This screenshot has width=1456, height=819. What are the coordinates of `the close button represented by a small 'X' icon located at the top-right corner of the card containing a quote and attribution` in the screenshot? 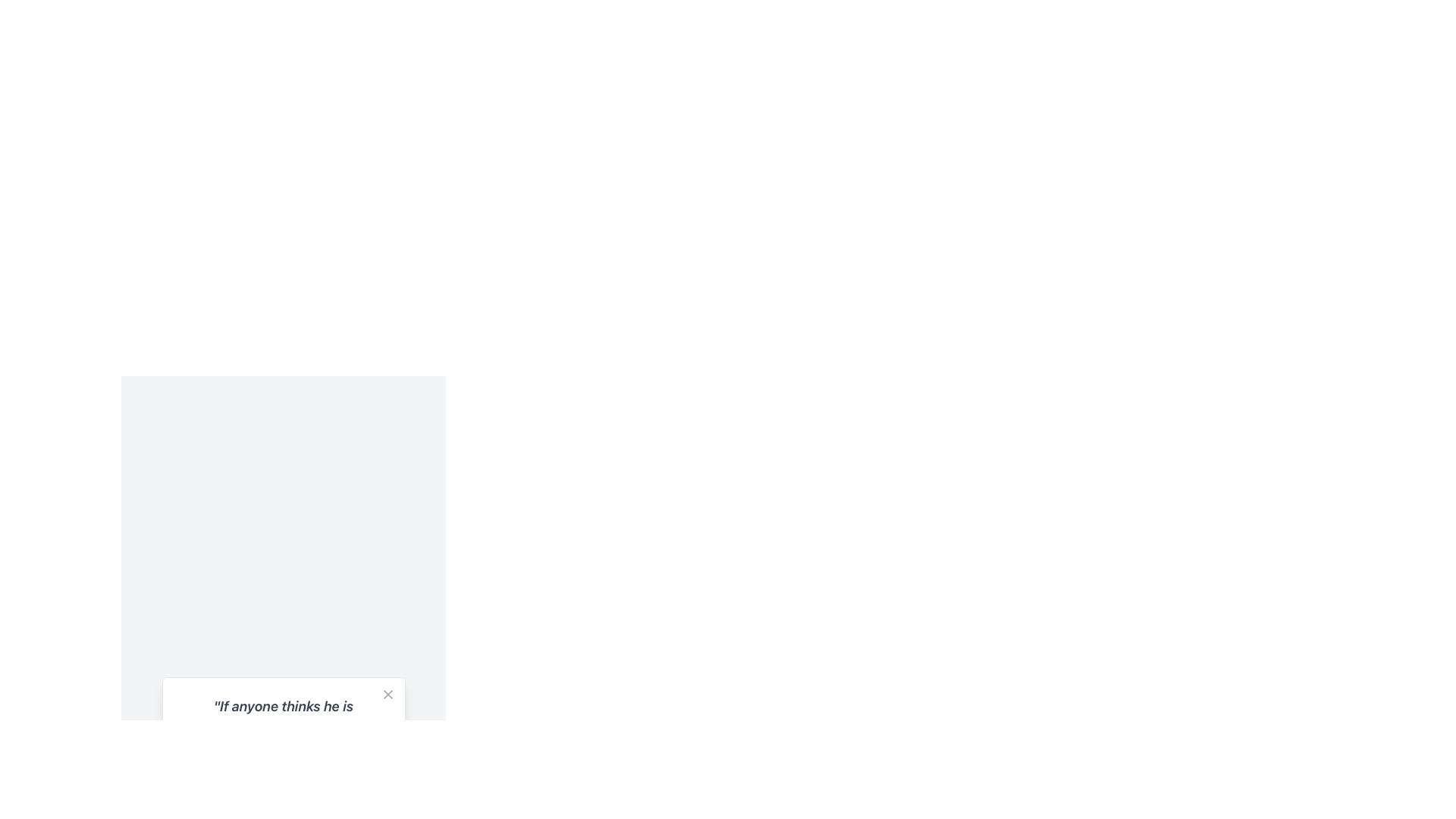 It's located at (388, 694).